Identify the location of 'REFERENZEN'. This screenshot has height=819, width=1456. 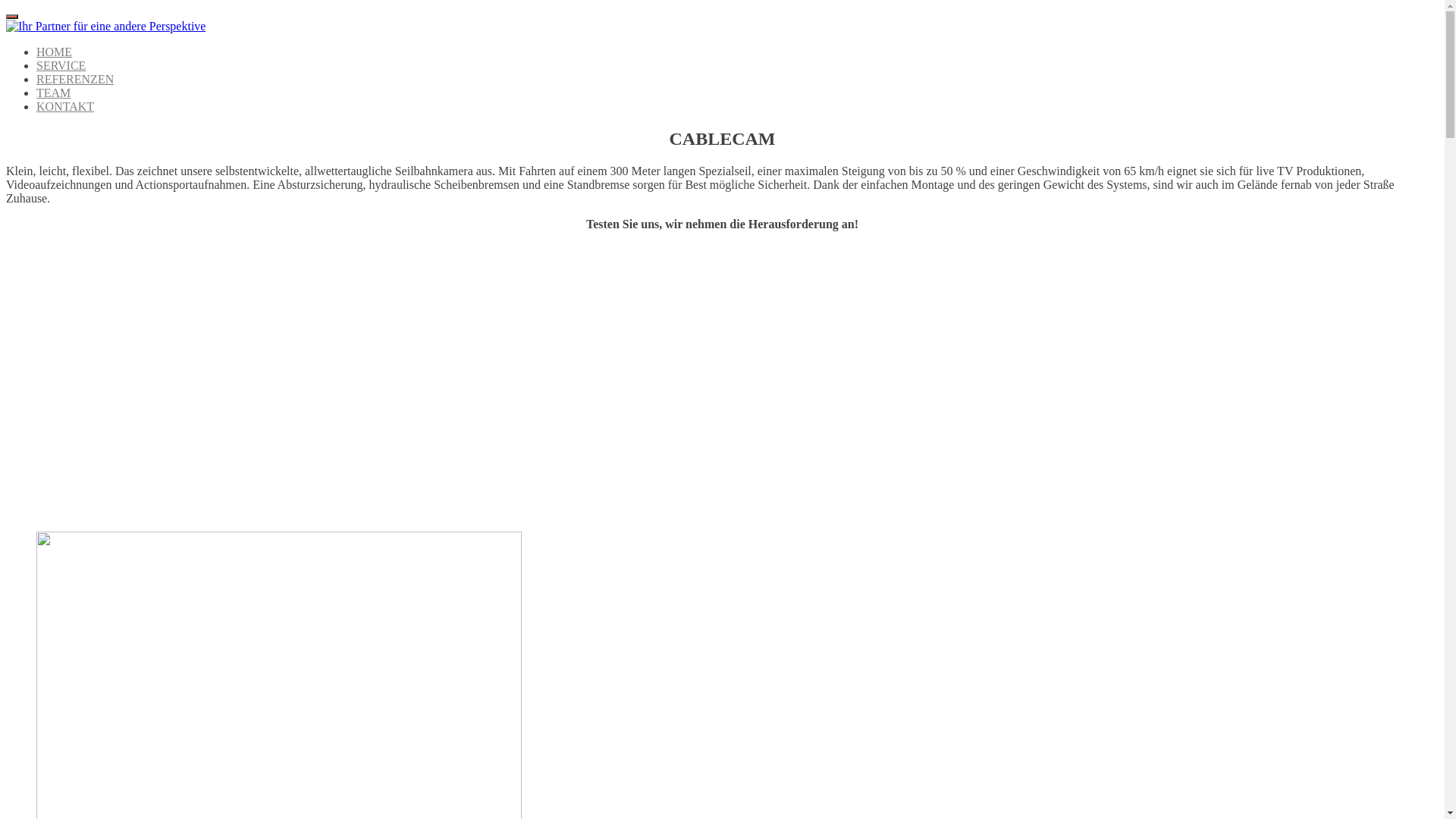
(74, 79).